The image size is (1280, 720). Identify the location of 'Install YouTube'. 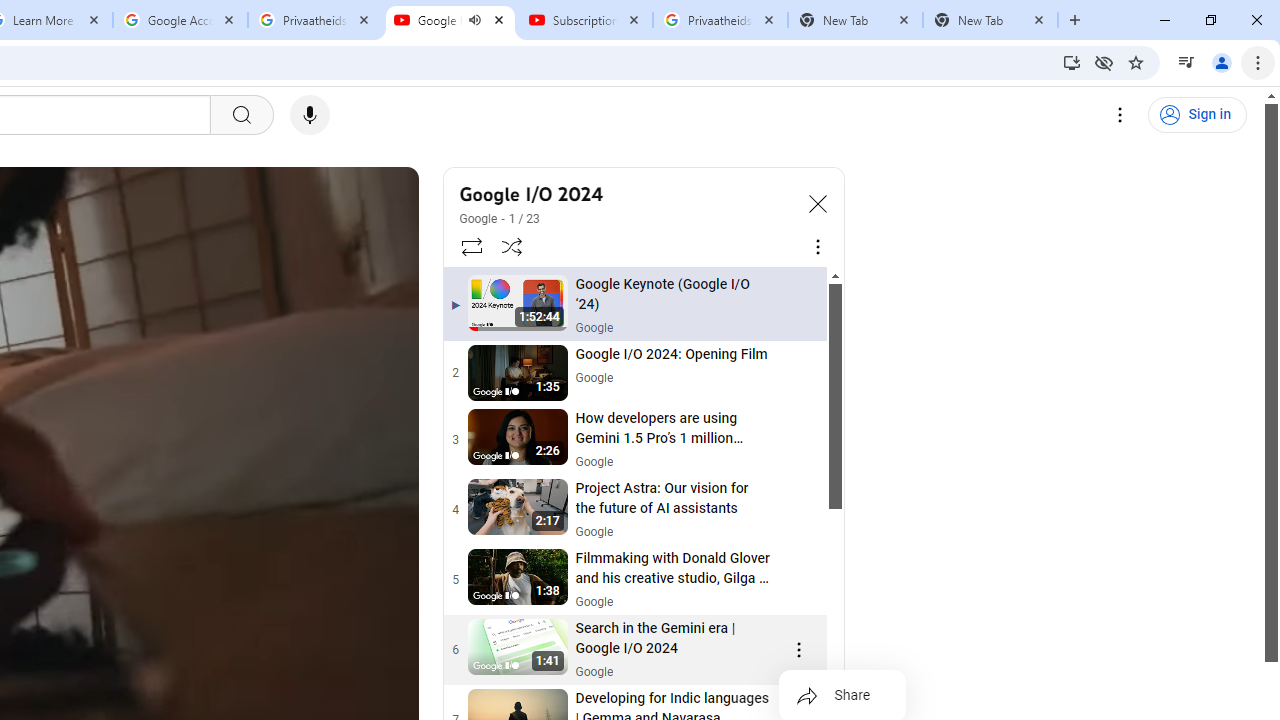
(1071, 61).